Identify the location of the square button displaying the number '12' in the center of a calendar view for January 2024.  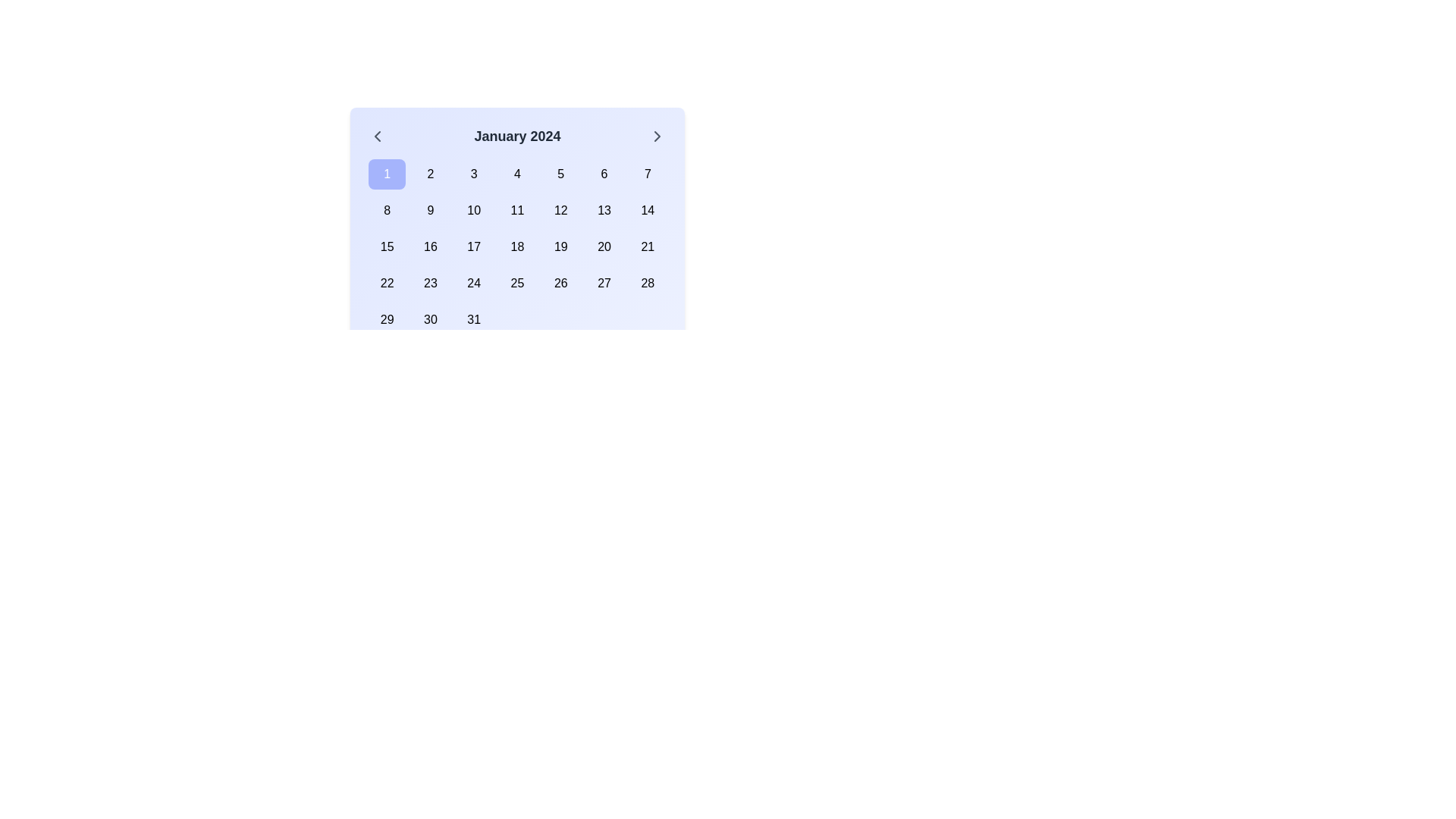
(560, 210).